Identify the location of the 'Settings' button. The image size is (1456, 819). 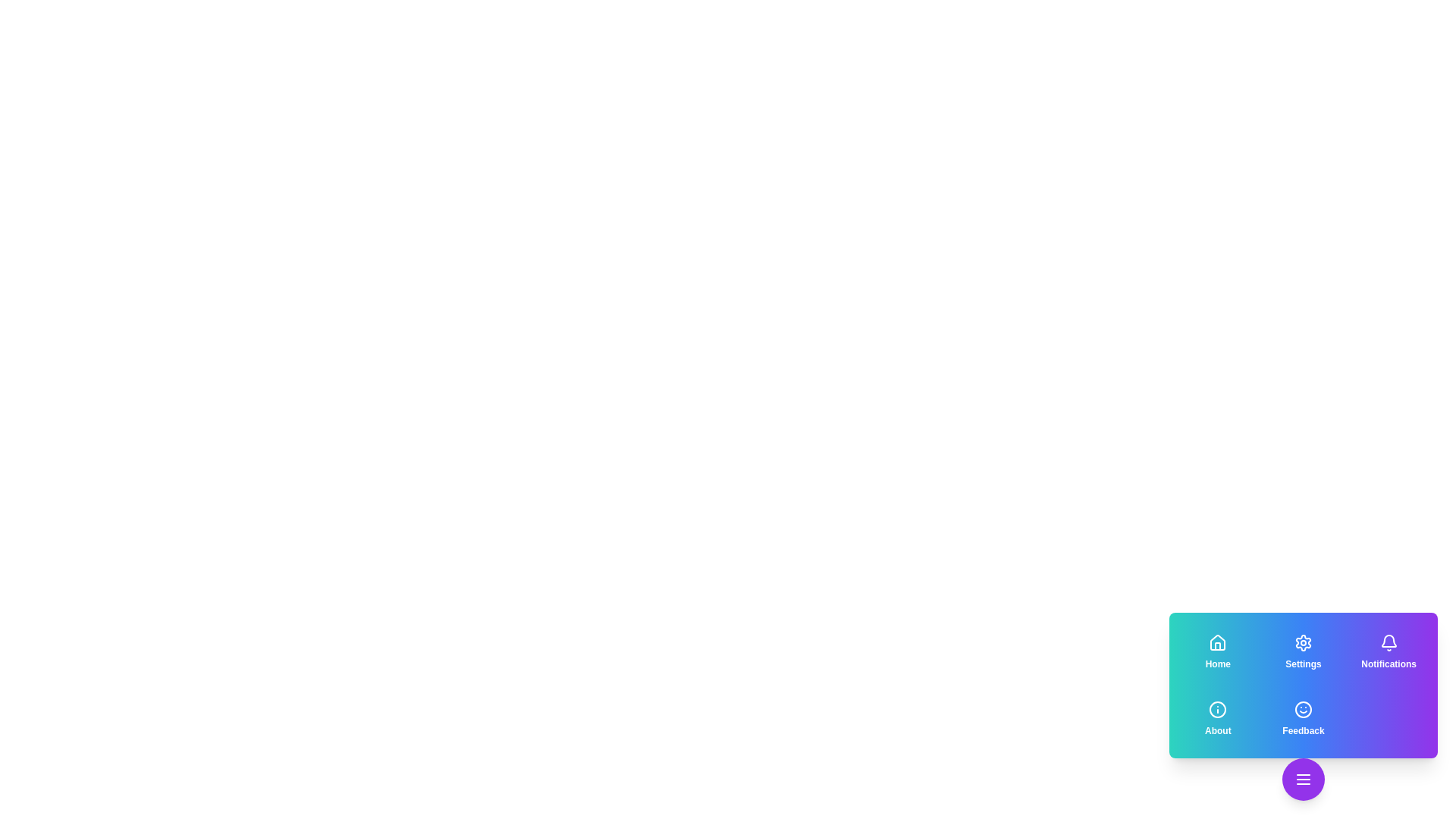
(1302, 651).